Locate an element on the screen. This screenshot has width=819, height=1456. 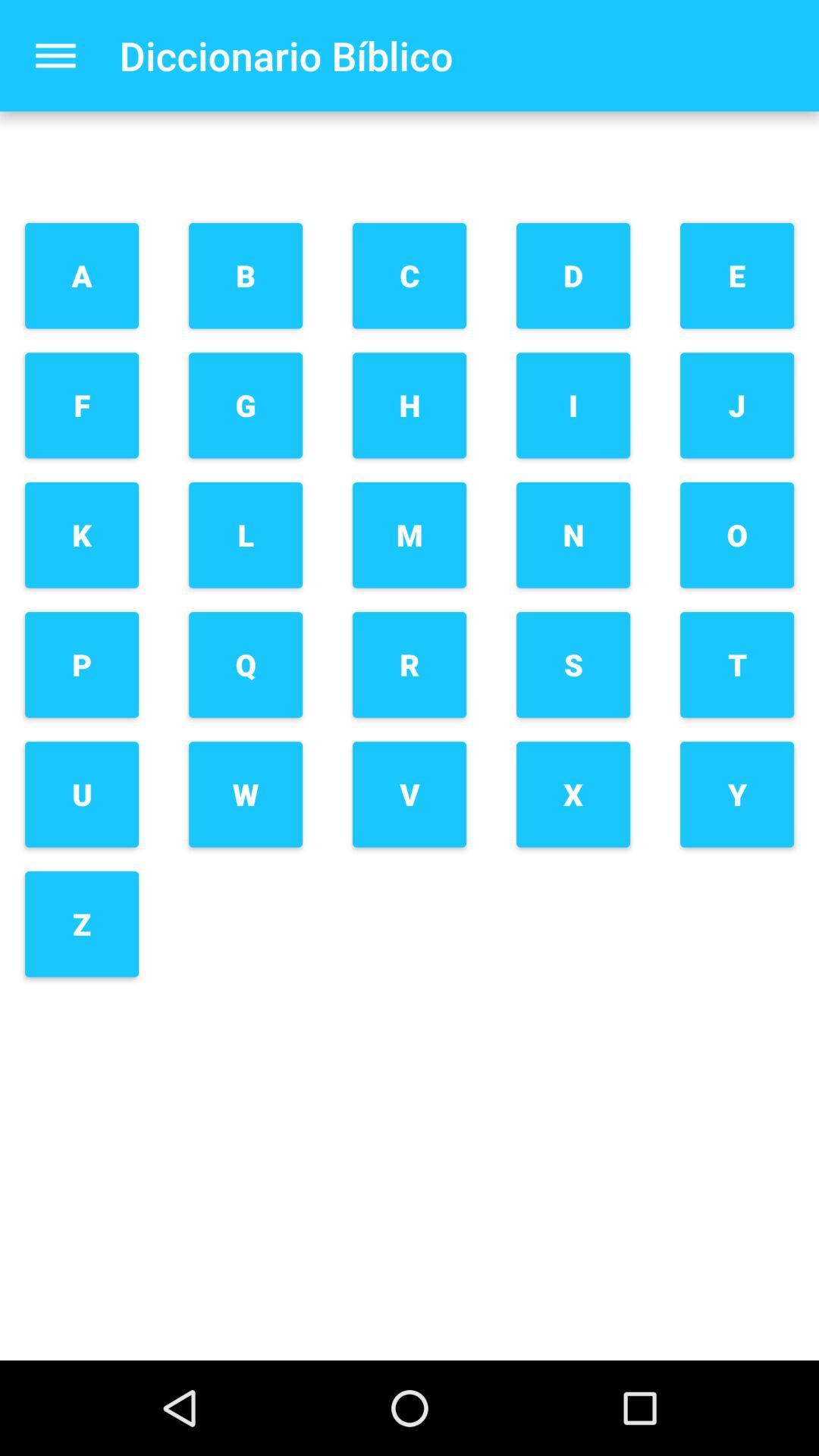
the icon above f item is located at coordinates (82, 275).